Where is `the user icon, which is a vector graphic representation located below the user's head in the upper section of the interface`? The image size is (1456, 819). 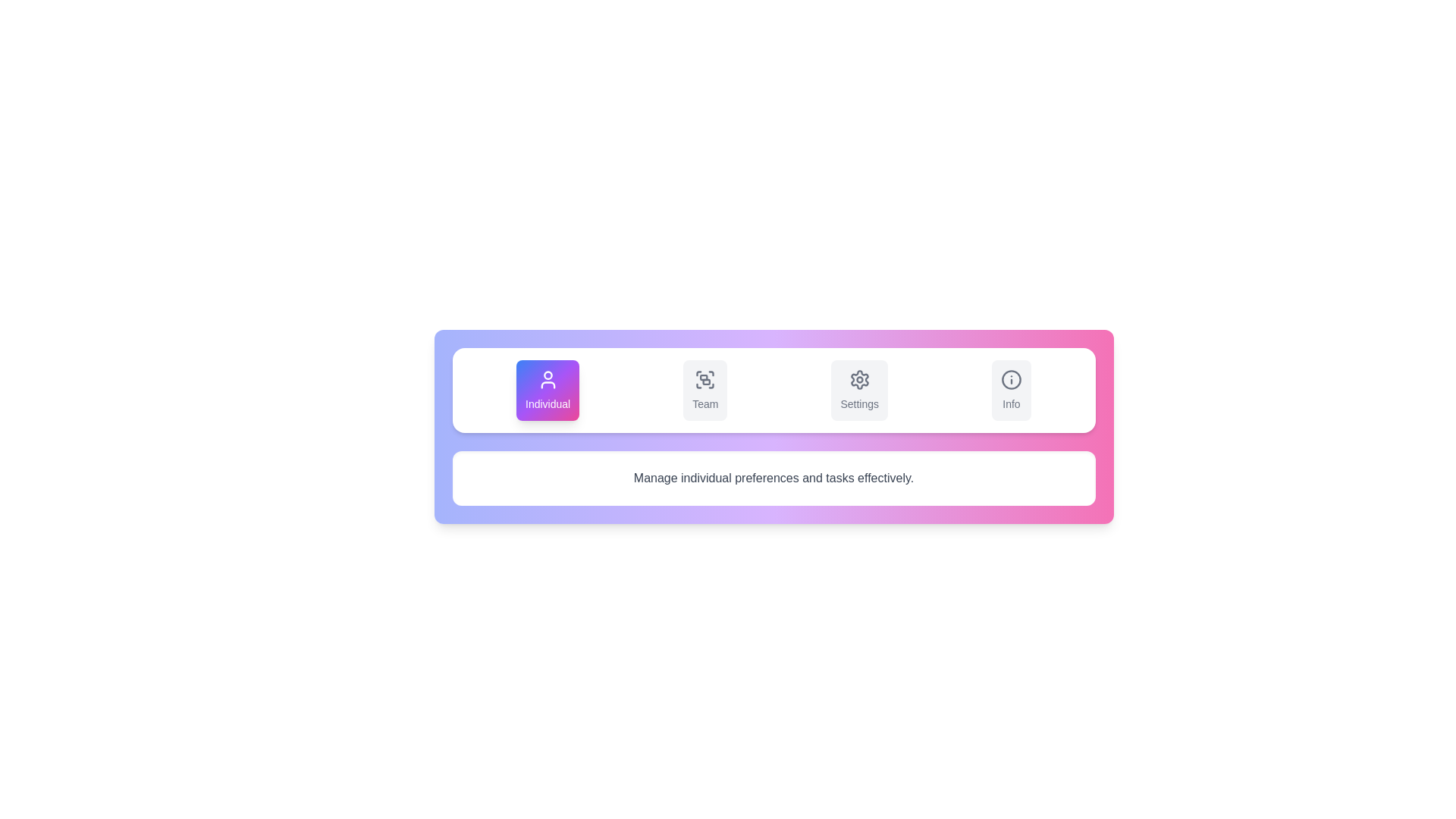 the user icon, which is a vector graphic representation located below the user's head in the upper section of the interface is located at coordinates (547, 384).